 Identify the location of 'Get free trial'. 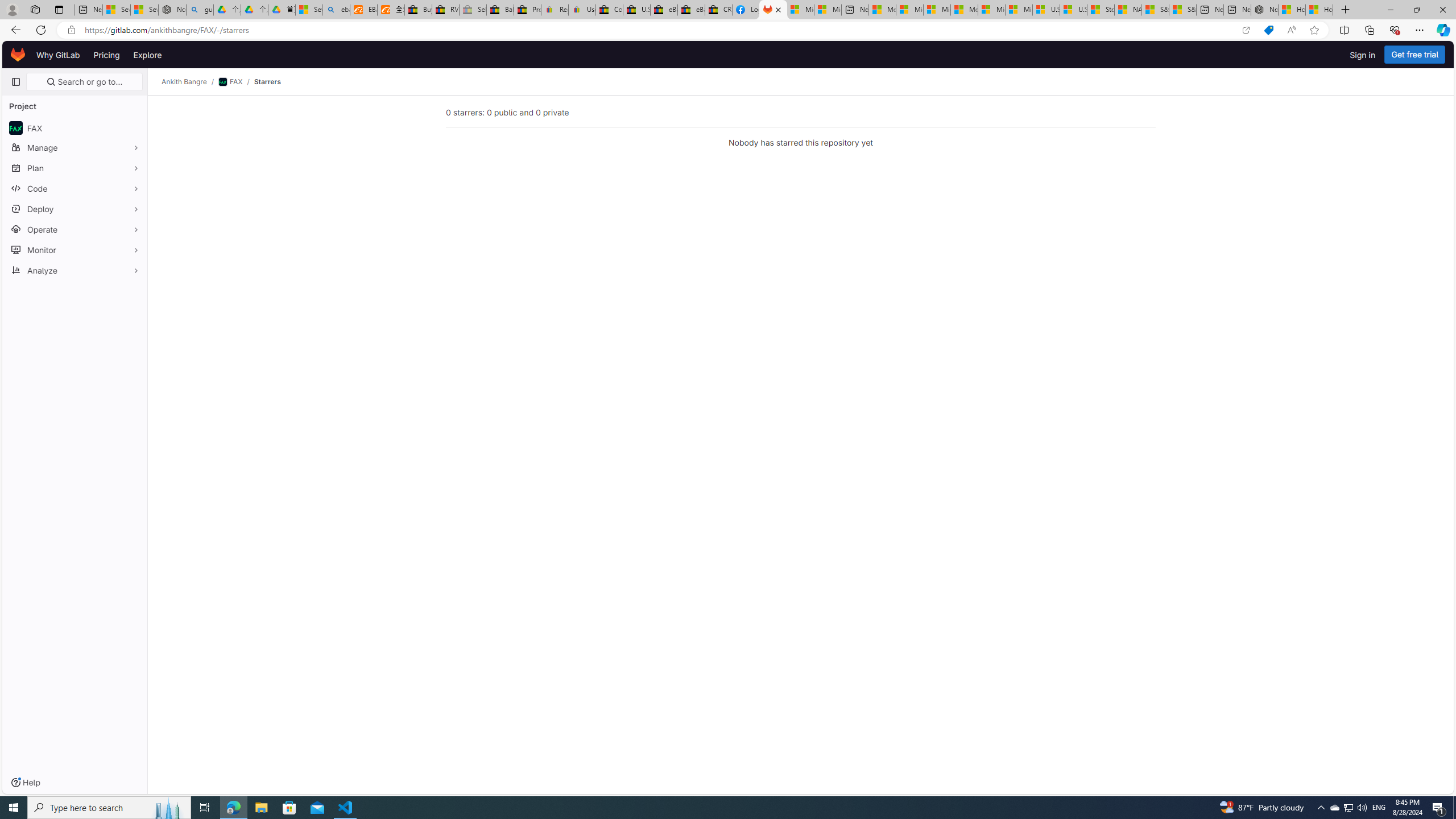
(1414, 54).